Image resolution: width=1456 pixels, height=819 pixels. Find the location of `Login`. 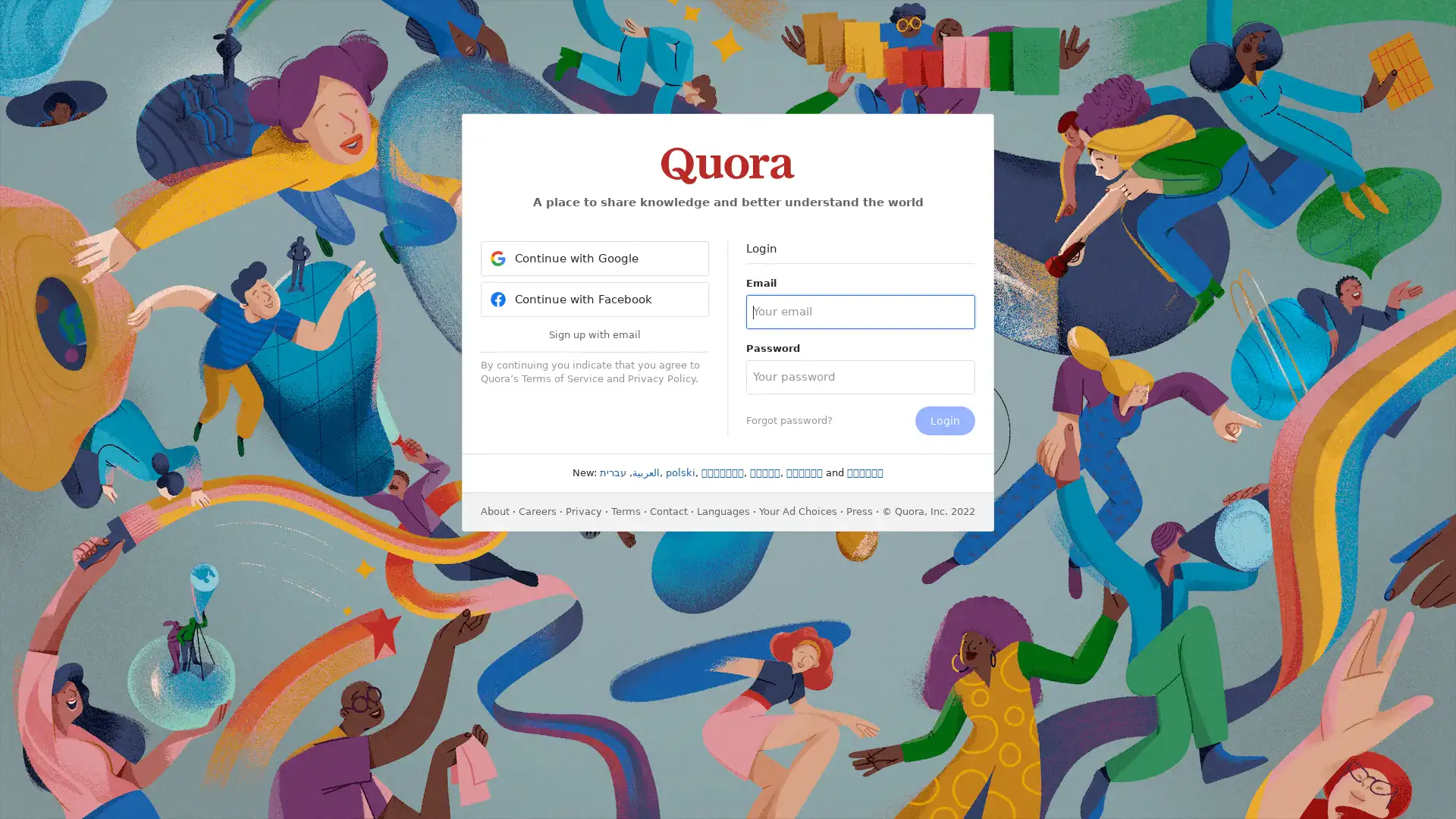

Login is located at coordinates (944, 421).